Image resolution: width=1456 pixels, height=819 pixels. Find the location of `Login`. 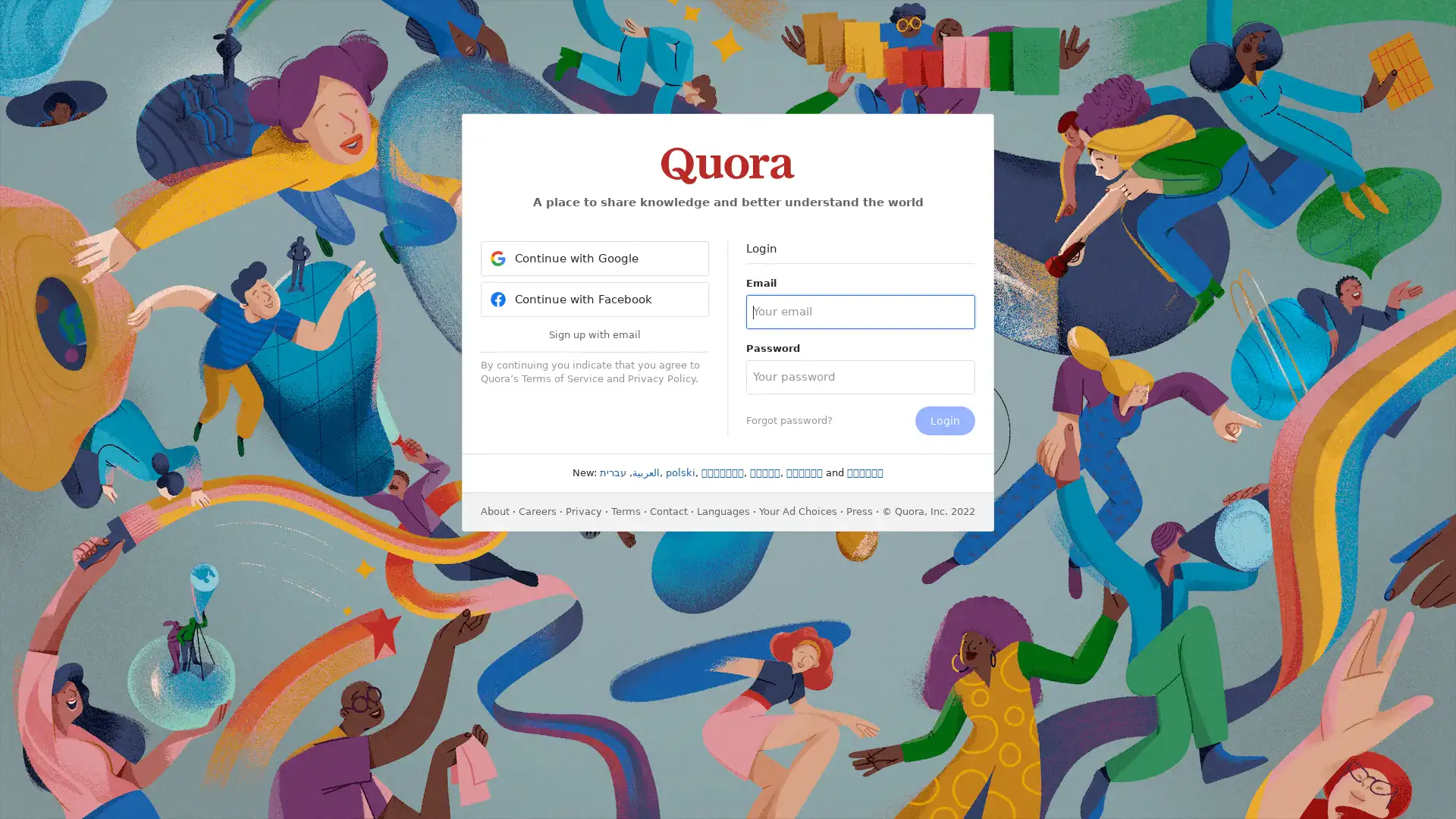

Login is located at coordinates (944, 421).